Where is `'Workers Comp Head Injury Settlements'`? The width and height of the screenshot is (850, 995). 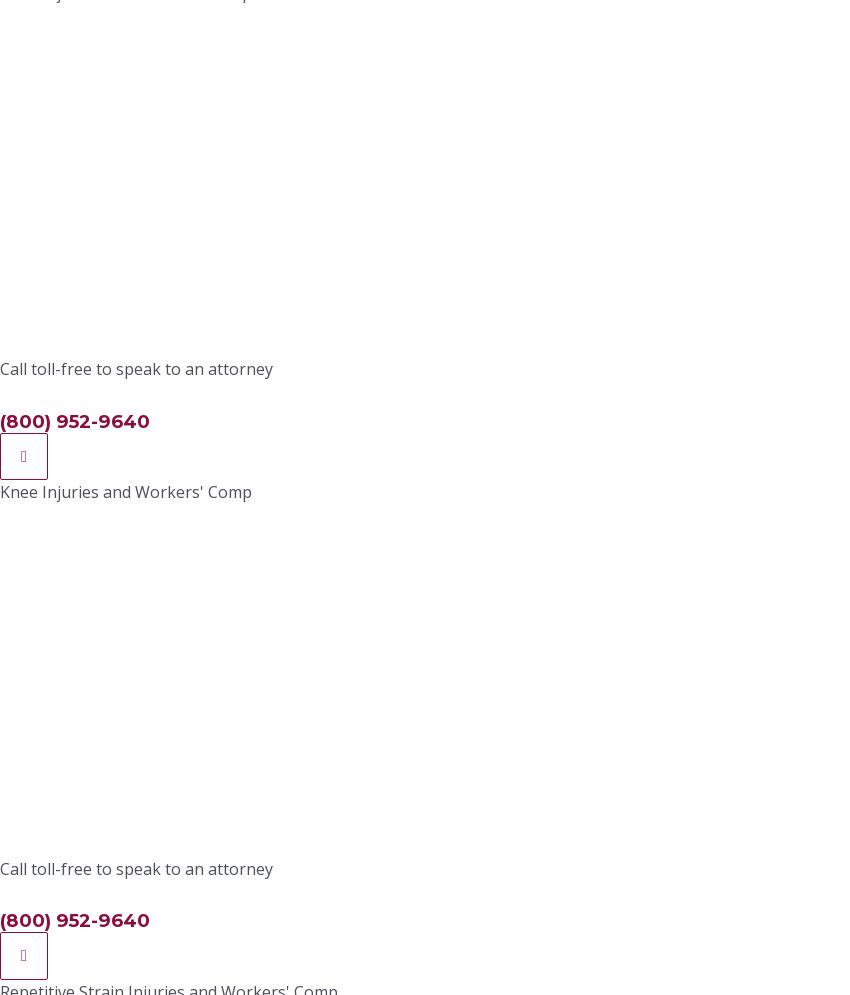
'Workers Comp Head Injury Settlements' is located at coordinates (236, 208).